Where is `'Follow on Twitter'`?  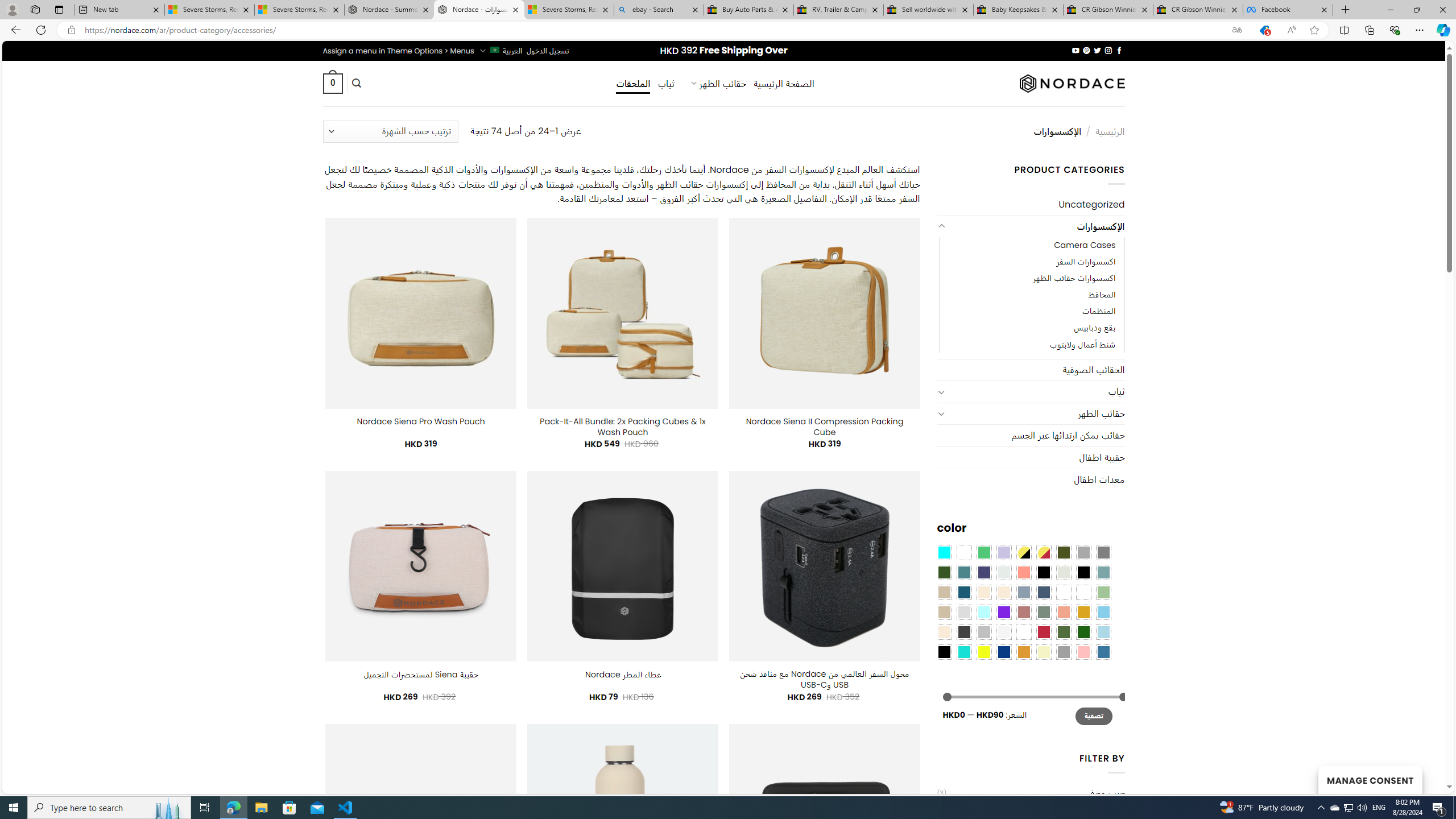 'Follow on Twitter' is located at coordinates (1097, 50).